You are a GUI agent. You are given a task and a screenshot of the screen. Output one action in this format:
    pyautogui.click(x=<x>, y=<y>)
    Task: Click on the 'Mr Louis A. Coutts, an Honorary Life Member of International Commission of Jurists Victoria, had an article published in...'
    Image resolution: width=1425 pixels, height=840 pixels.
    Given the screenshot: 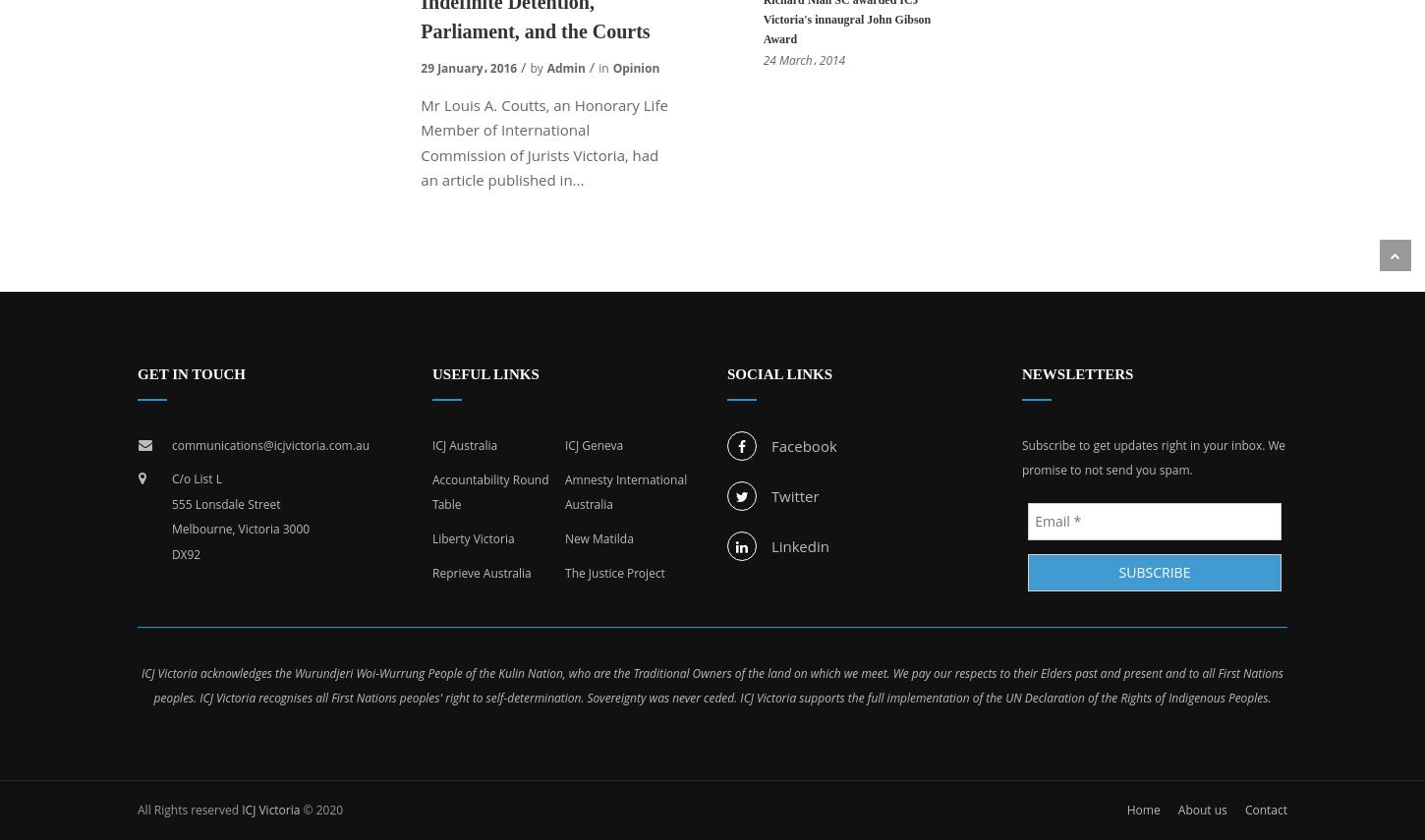 What is the action you would take?
    pyautogui.click(x=543, y=141)
    